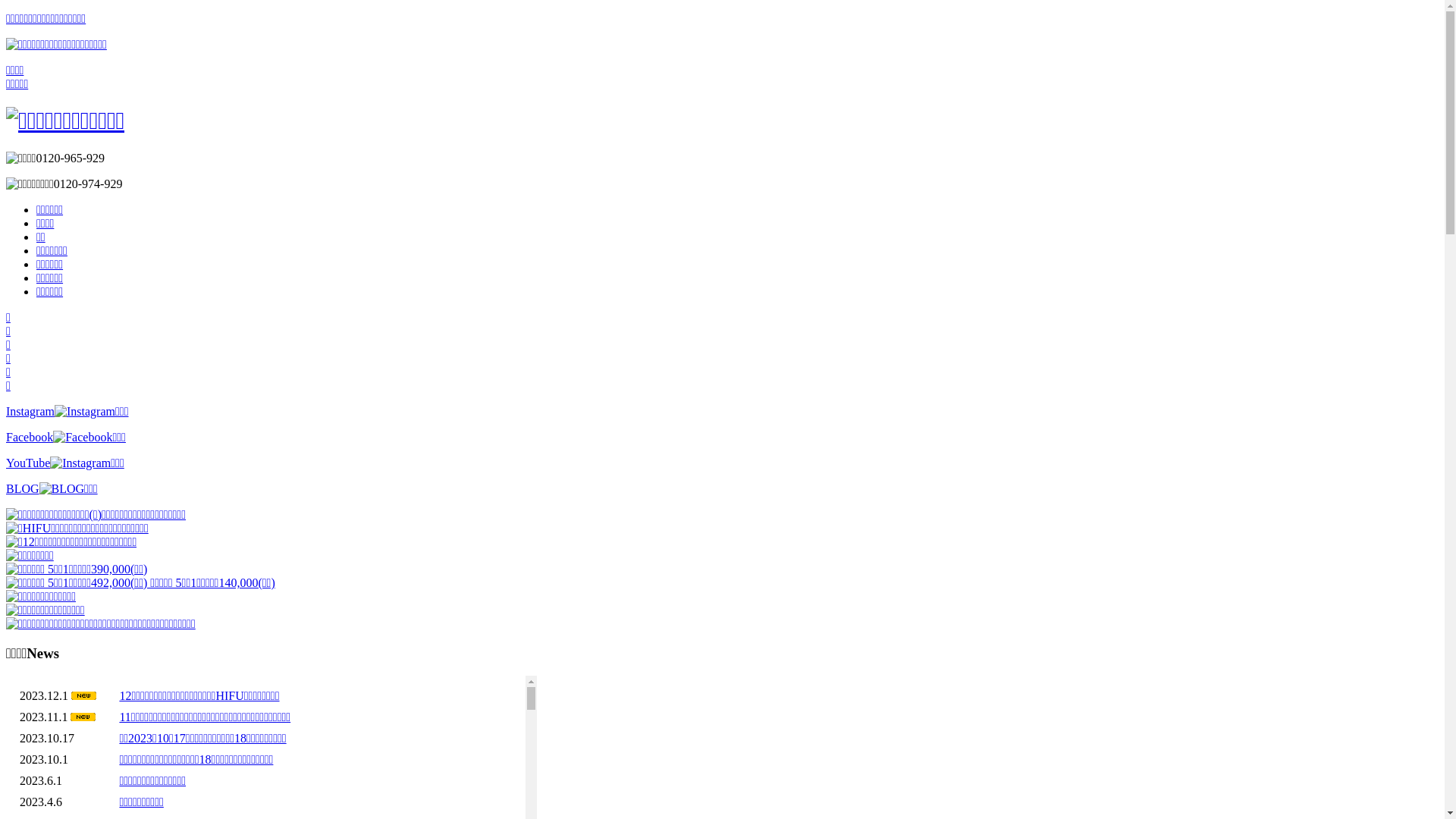 The width and height of the screenshot is (1456, 819). What do you see at coordinates (67, 411) in the screenshot?
I see `'Instagram'` at bounding box center [67, 411].